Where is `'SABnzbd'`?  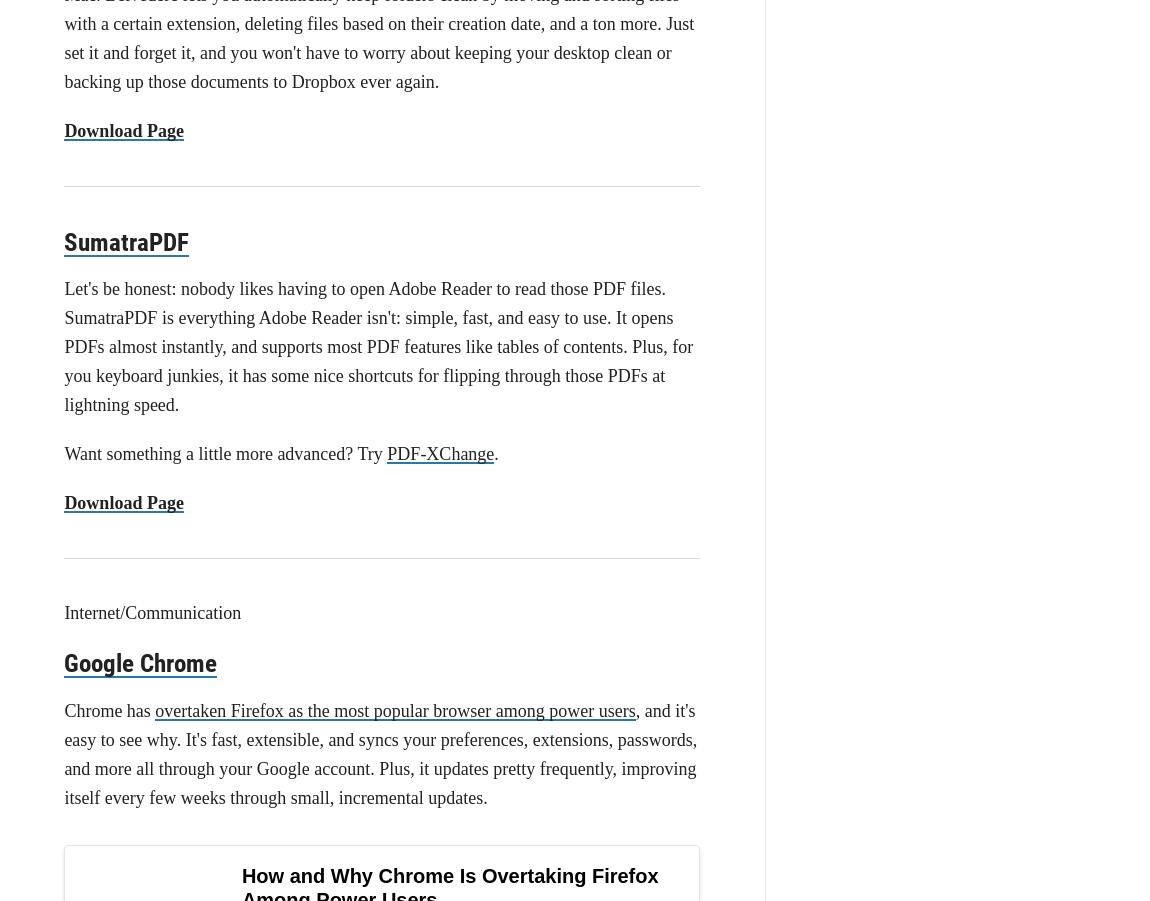 'SABnzbd' is located at coordinates (108, 639).